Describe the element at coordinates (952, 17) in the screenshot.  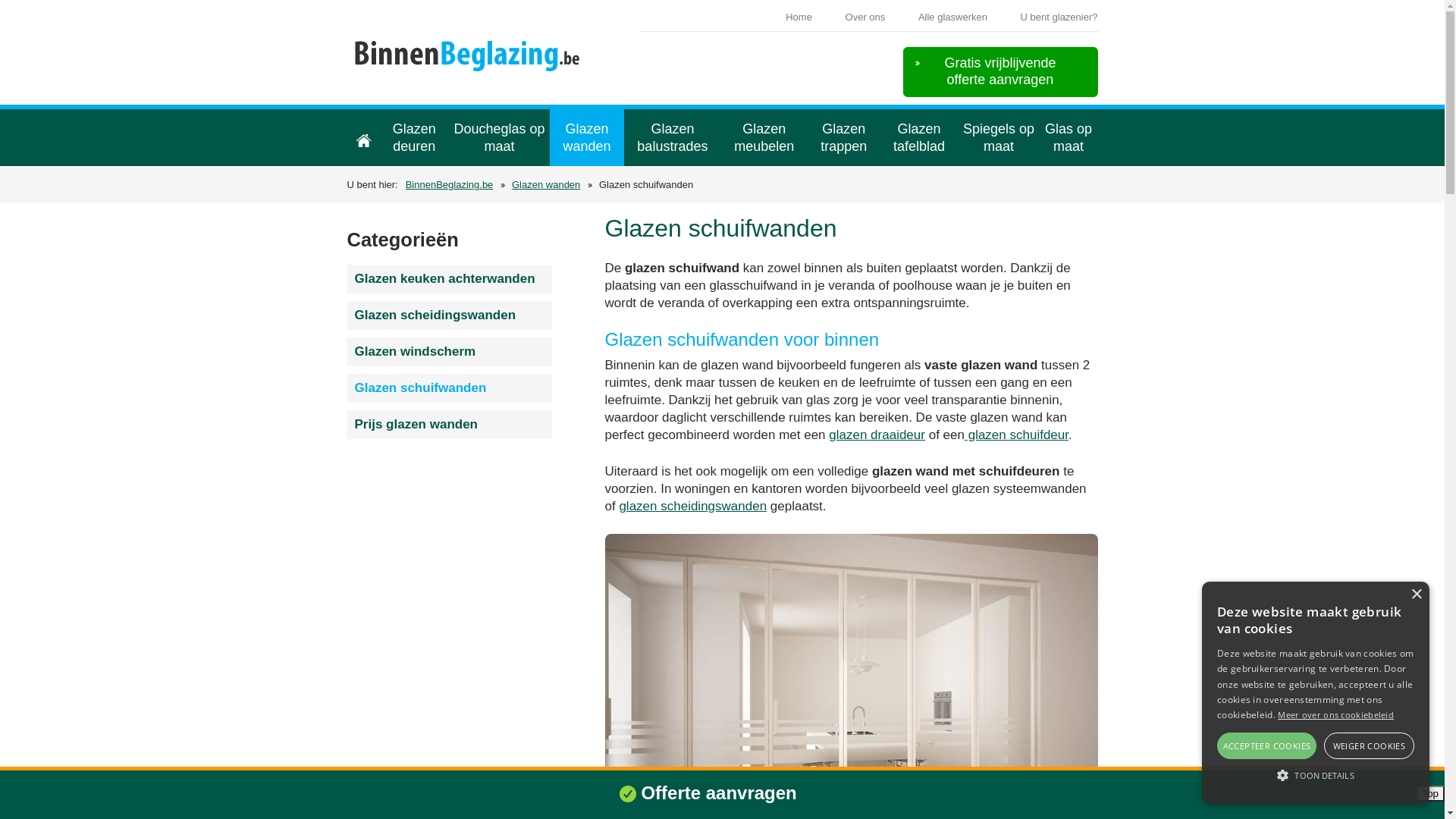
I see `'Alle glaswerken'` at that location.